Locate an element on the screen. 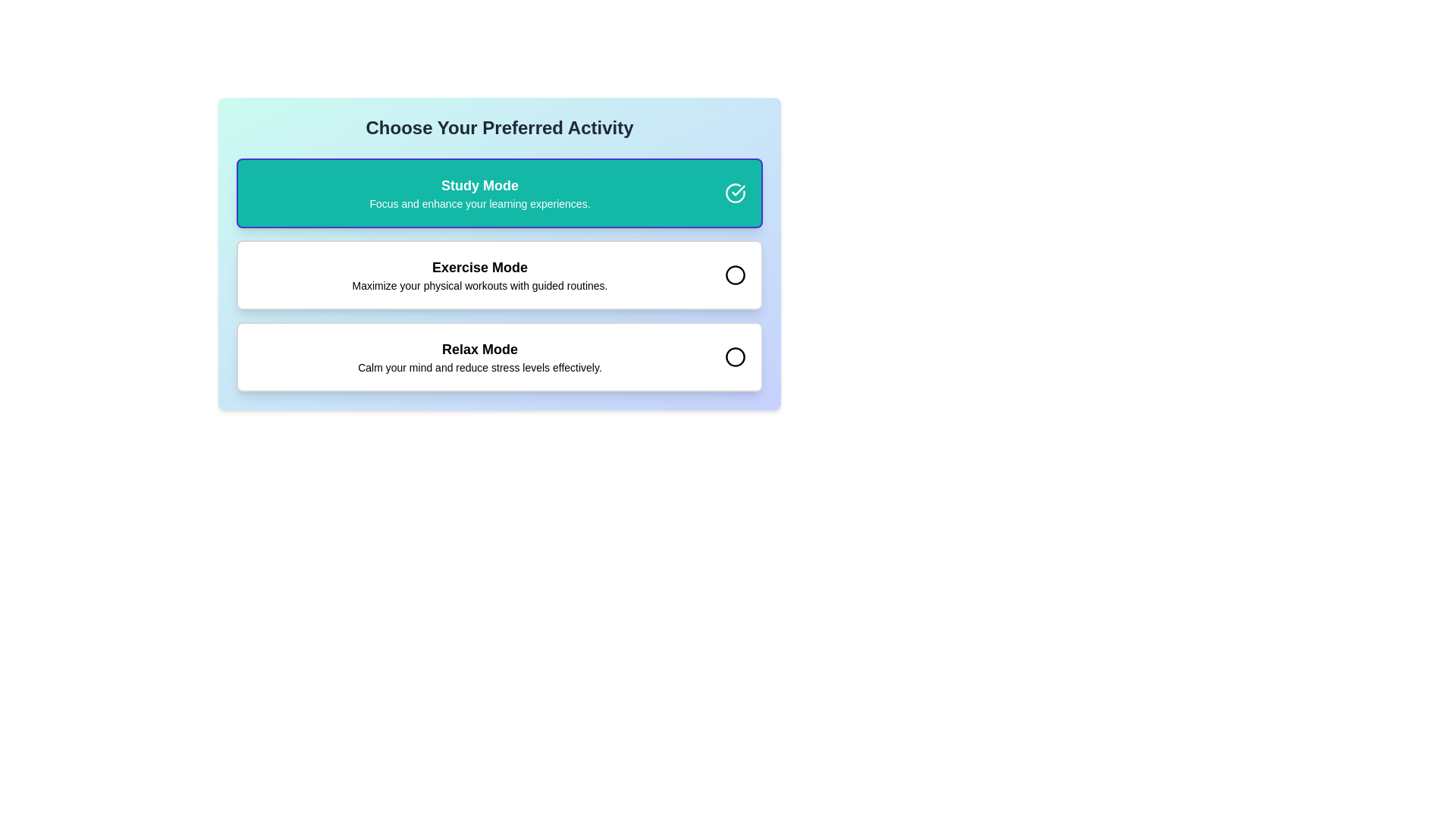  the circular icon with a teal background and a checkmark, located next to the 'Study Mode' text is located at coordinates (735, 192).